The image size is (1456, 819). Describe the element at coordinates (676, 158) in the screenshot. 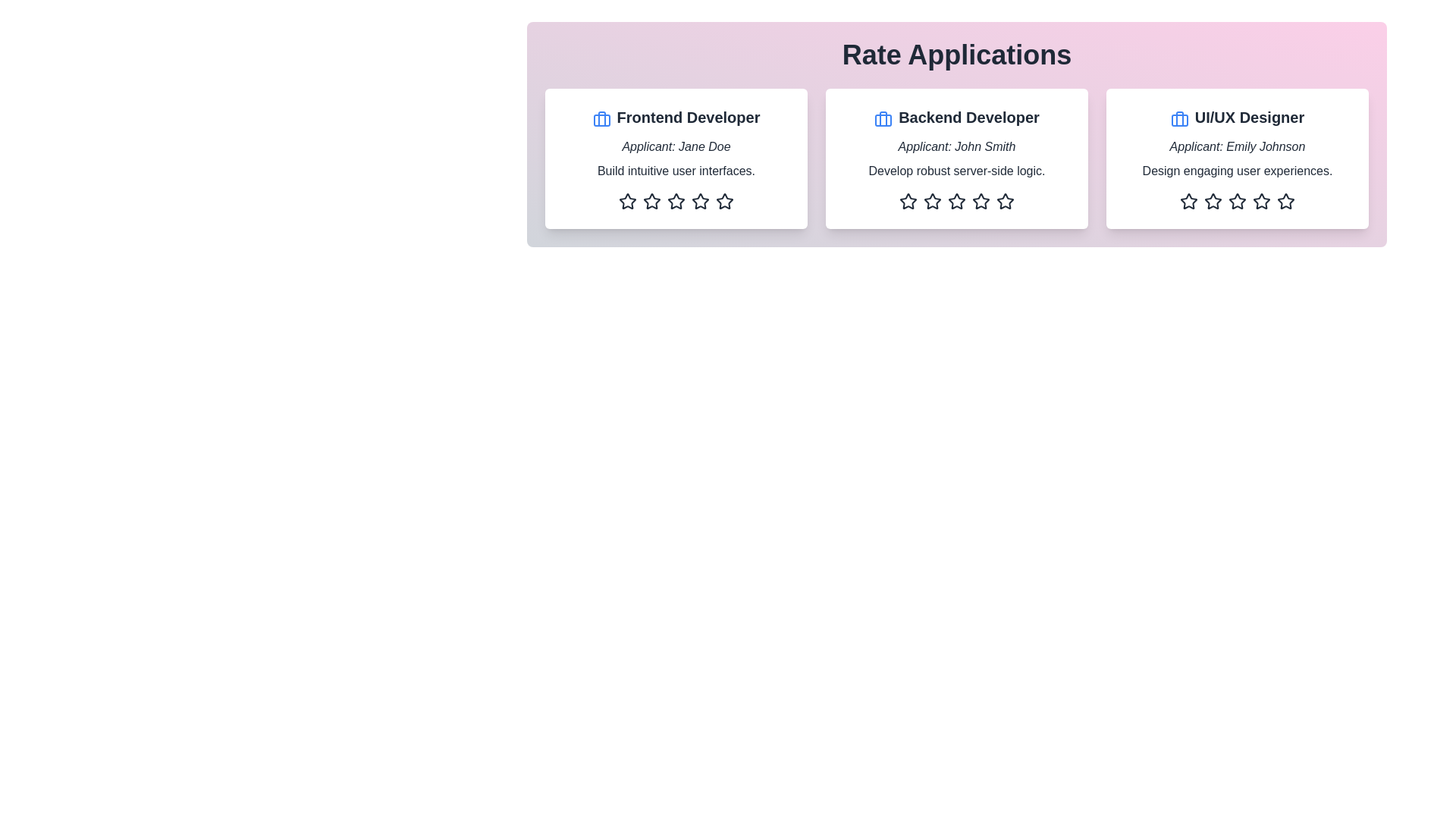

I see `the applicant's card to view their details` at that location.